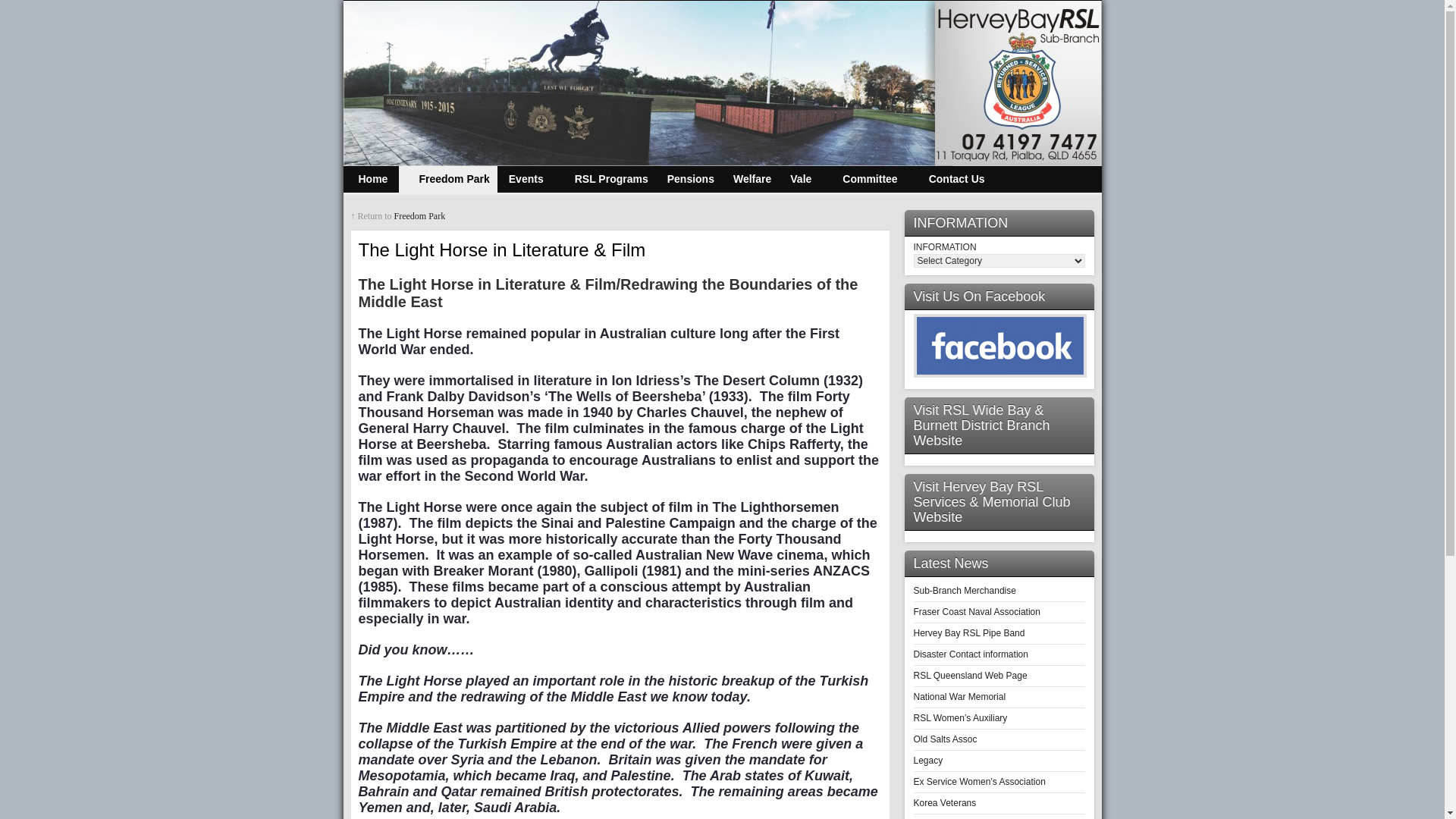  Describe the element at coordinates (944, 739) in the screenshot. I see `'Old Salts Assoc'` at that location.